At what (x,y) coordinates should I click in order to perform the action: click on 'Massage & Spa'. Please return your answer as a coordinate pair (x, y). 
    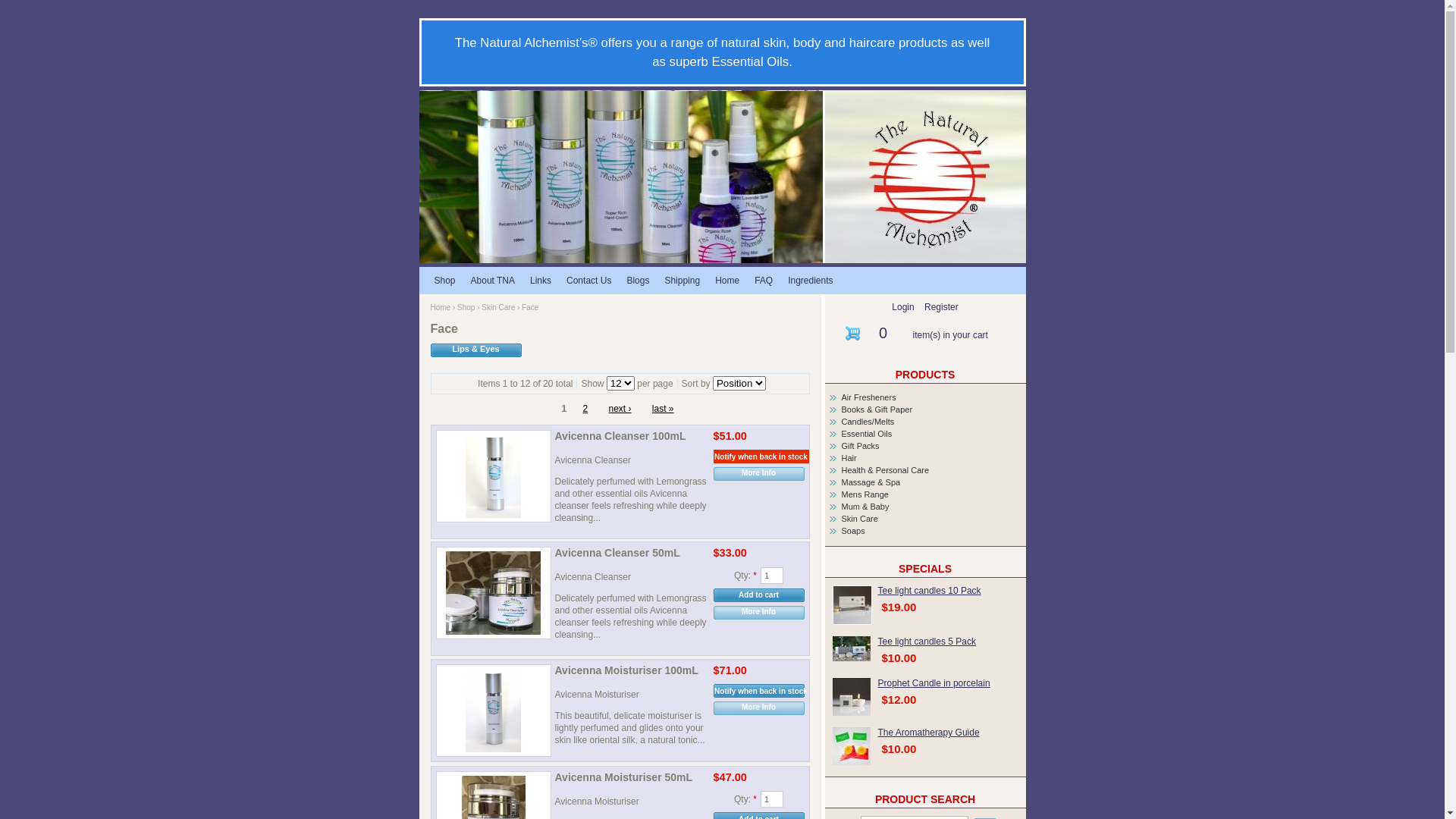
    Looking at the image, I should click on (871, 482).